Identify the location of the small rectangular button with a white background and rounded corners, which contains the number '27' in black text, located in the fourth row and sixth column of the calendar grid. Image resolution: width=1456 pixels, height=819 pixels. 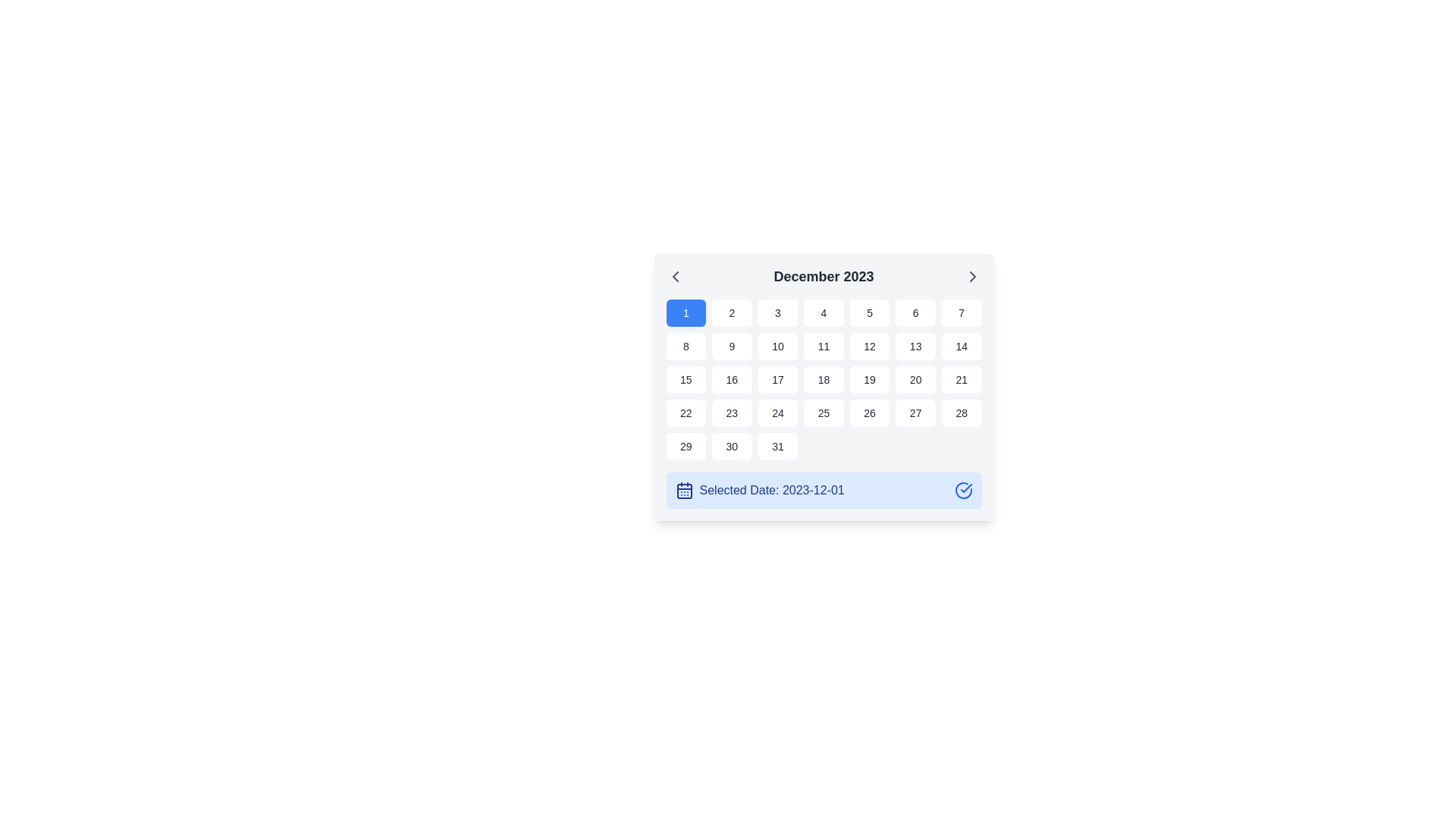
(915, 413).